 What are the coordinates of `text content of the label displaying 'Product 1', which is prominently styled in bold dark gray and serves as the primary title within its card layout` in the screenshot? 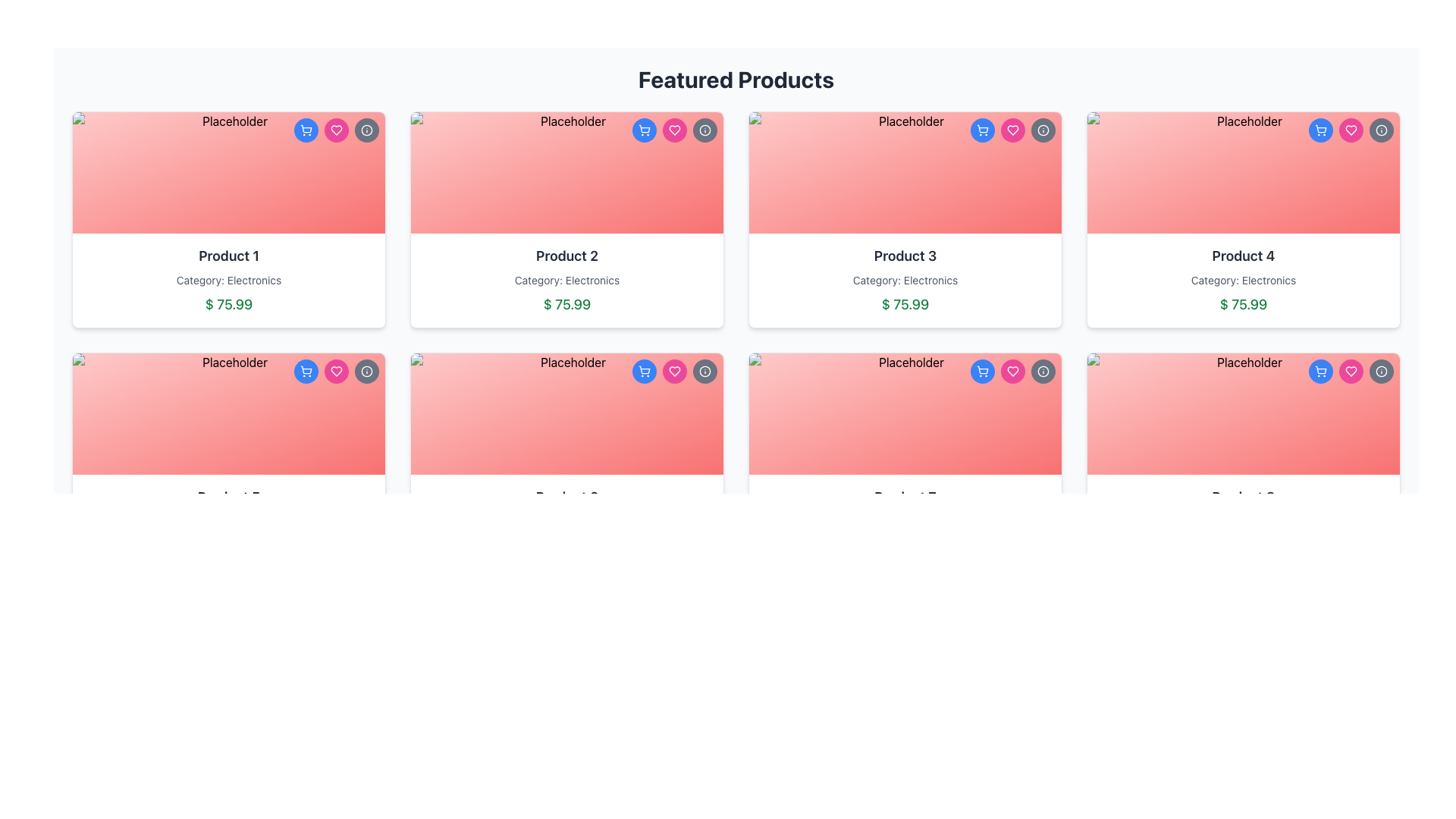 It's located at (228, 256).